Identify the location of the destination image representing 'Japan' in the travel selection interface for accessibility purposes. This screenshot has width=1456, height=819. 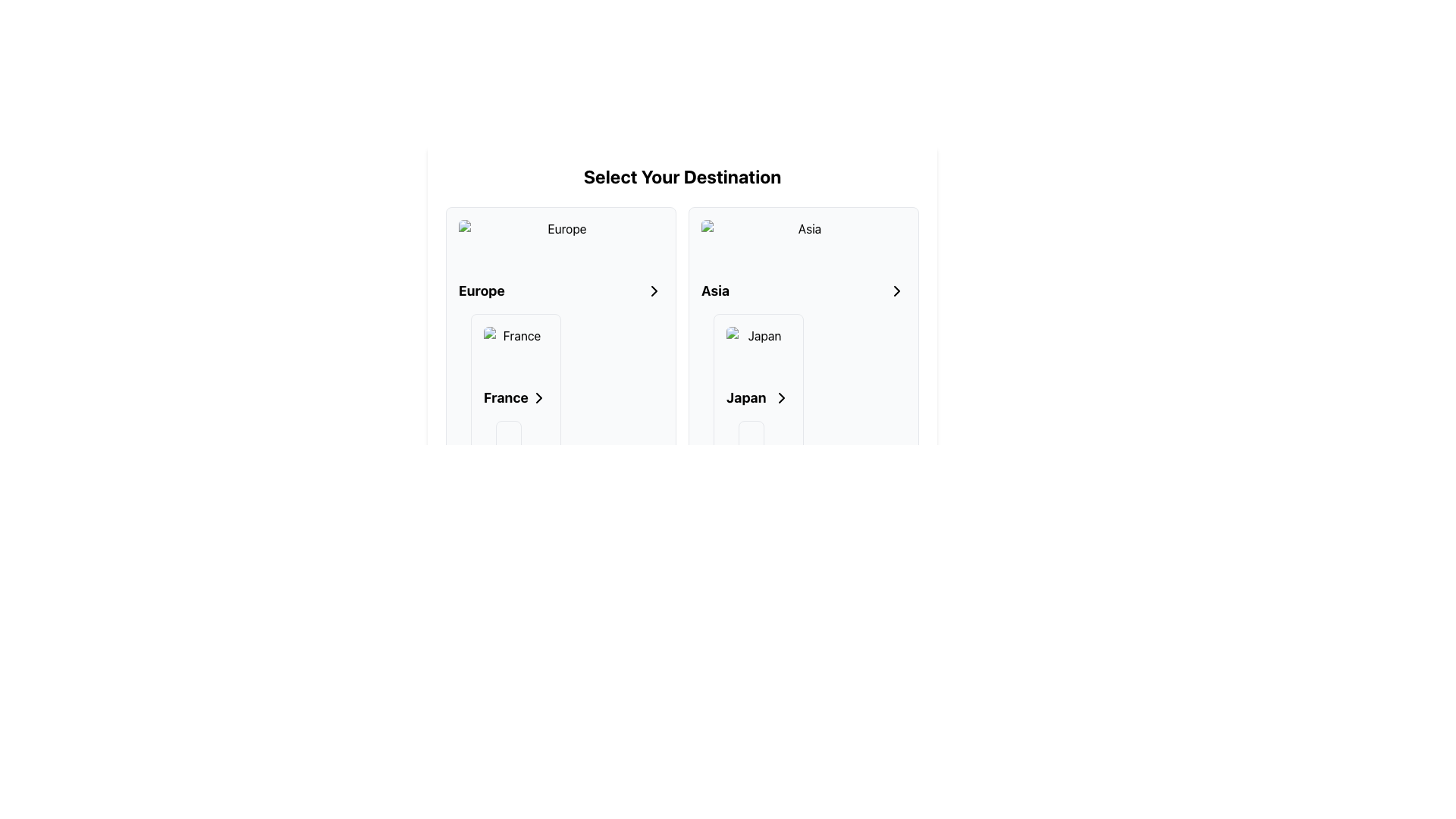
(758, 350).